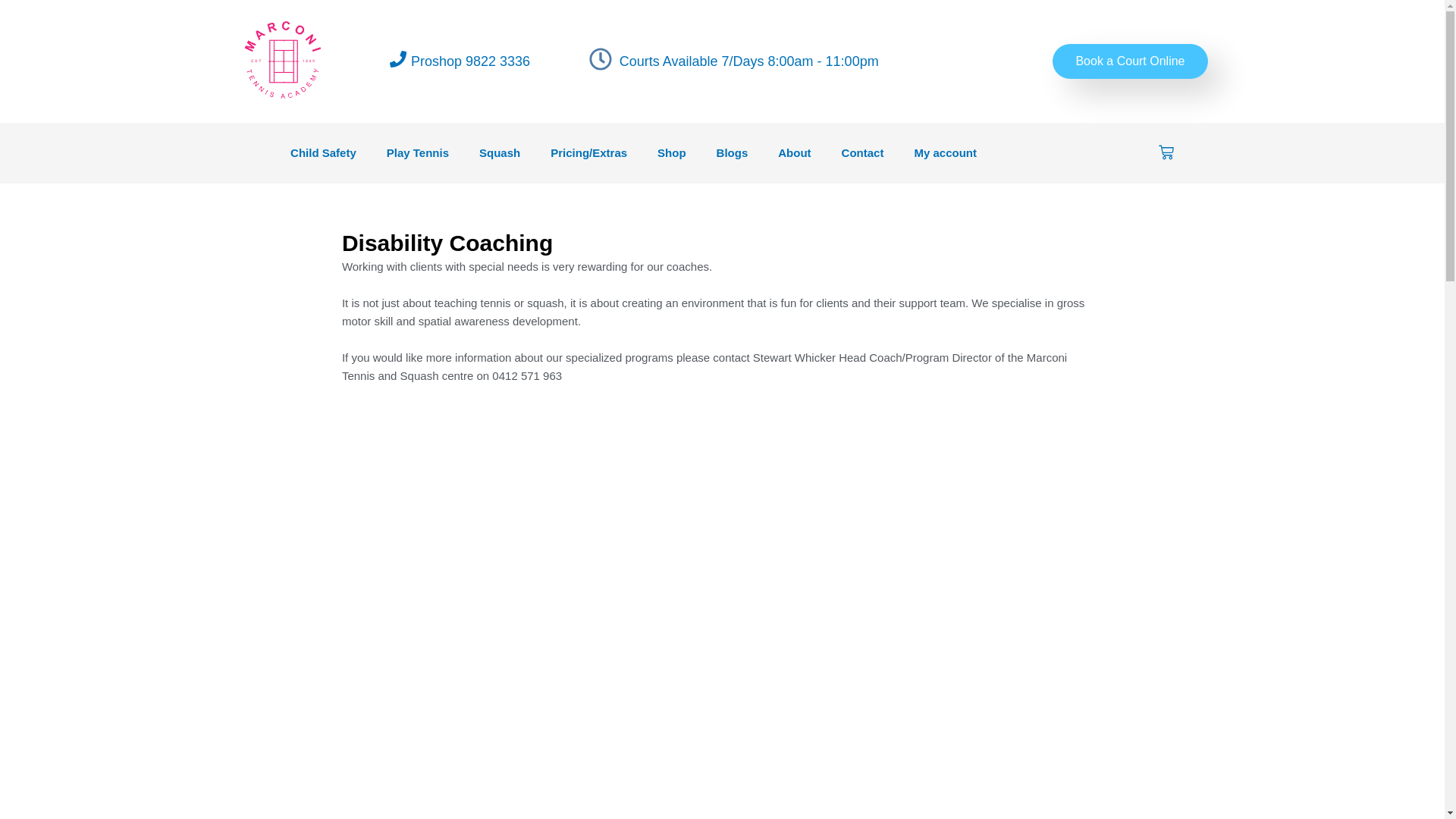  Describe the element at coordinates (322, 152) in the screenshot. I see `'Child Safety'` at that location.